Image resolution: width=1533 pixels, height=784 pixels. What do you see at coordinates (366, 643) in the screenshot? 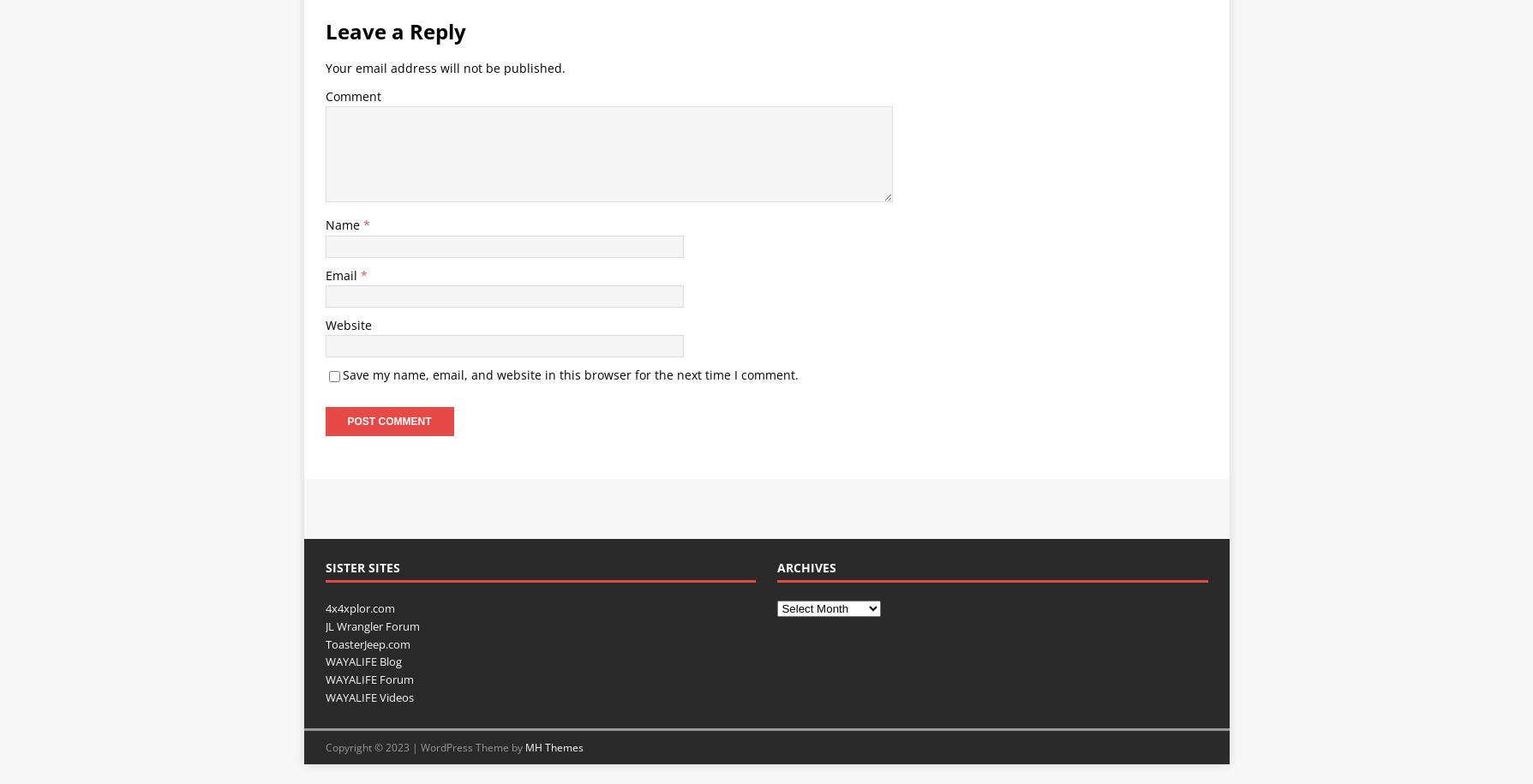
I see `'ToasterJeep.com'` at bounding box center [366, 643].